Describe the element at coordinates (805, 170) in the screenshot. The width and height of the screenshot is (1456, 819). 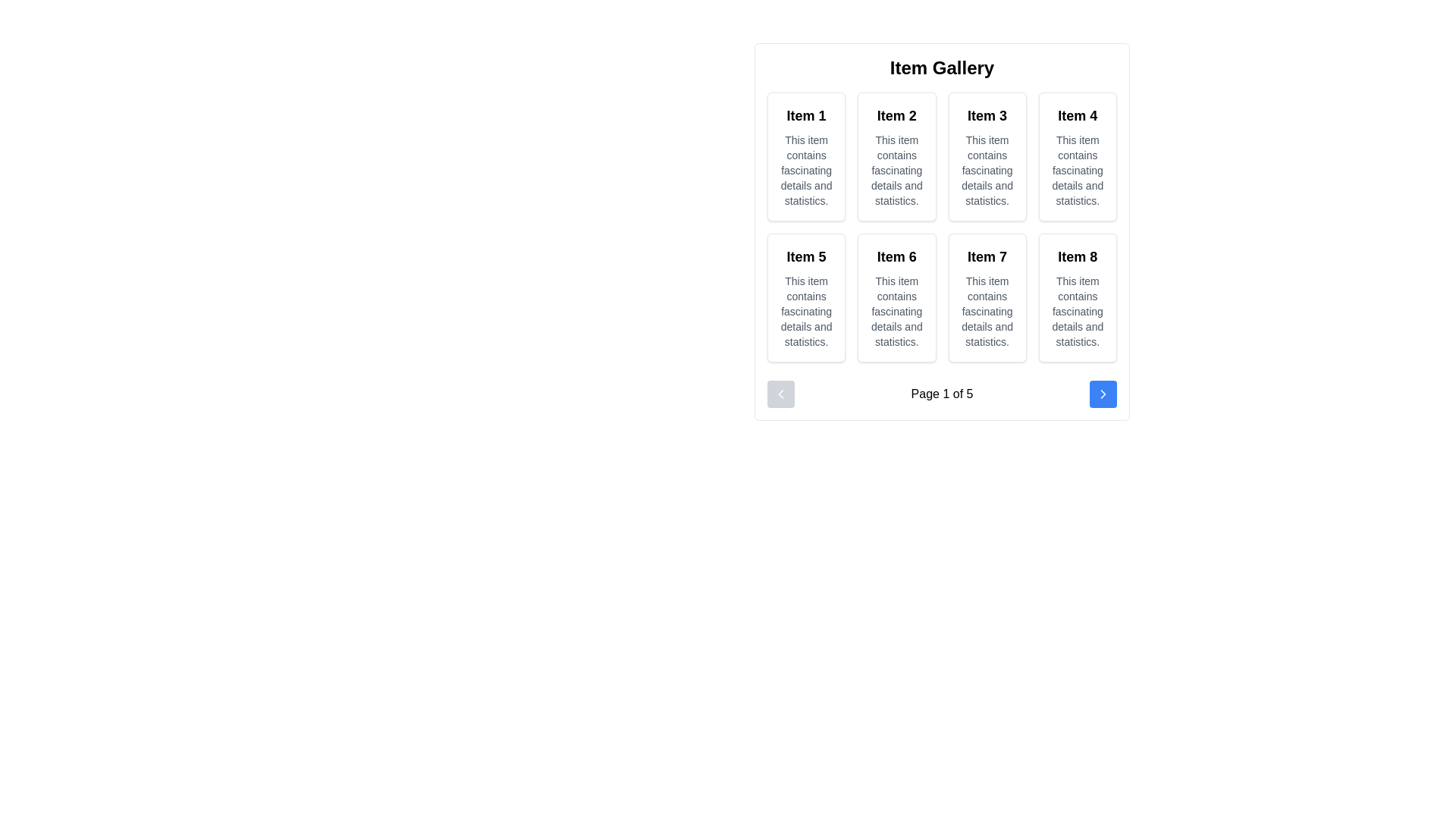
I see `the static text display that provides descriptive information about 'Item 1', located below the text 'Item 1' in the first card of the grid under the title 'Item Gallery'` at that location.